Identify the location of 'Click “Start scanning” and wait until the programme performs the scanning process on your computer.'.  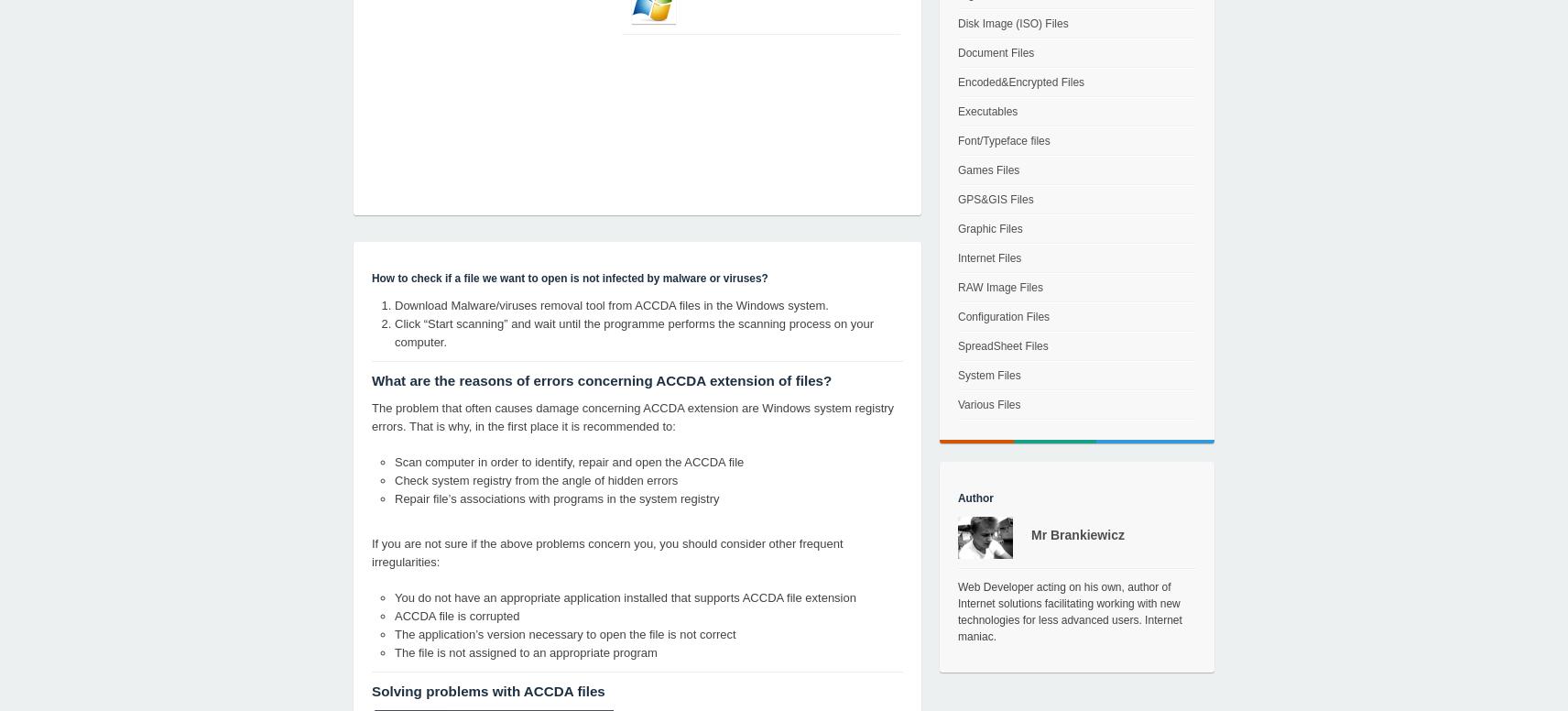
(634, 332).